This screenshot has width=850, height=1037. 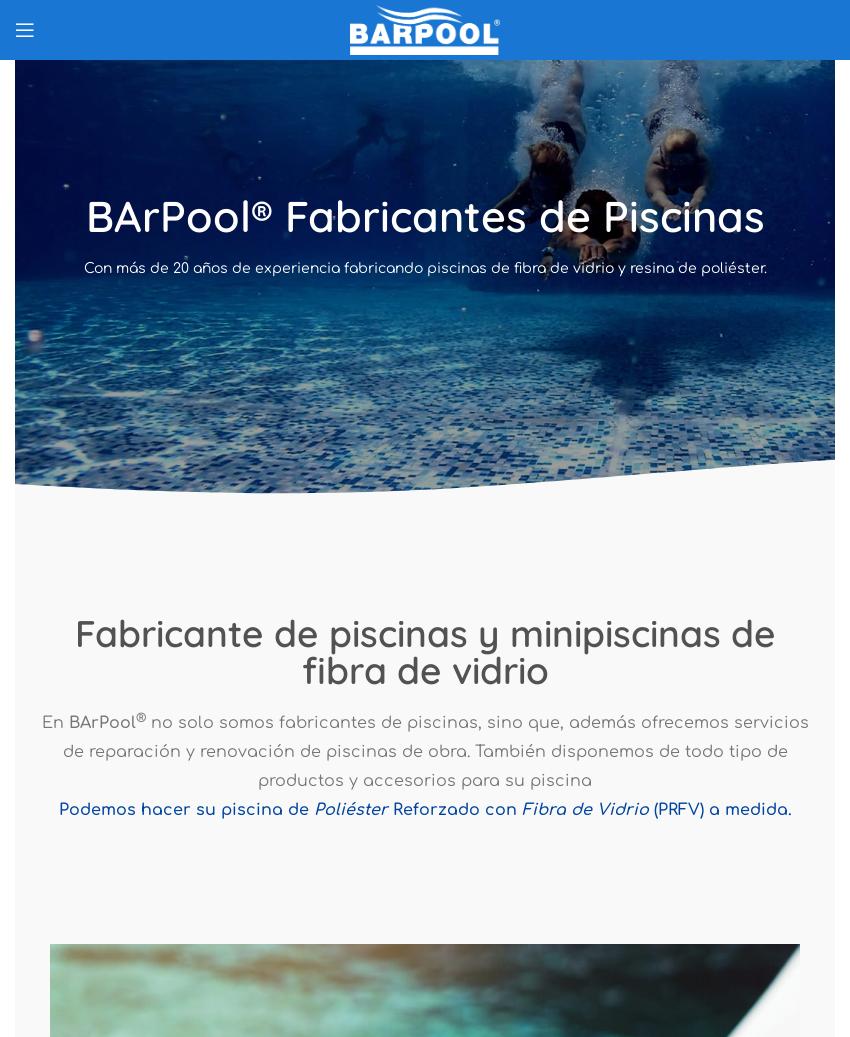 What do you see at coordinates (424, 651) in the screenshot?
I see `'Fabricante de piscinas y minipiscinas de fibra de vidrio'` at bounding box center [424, 651].